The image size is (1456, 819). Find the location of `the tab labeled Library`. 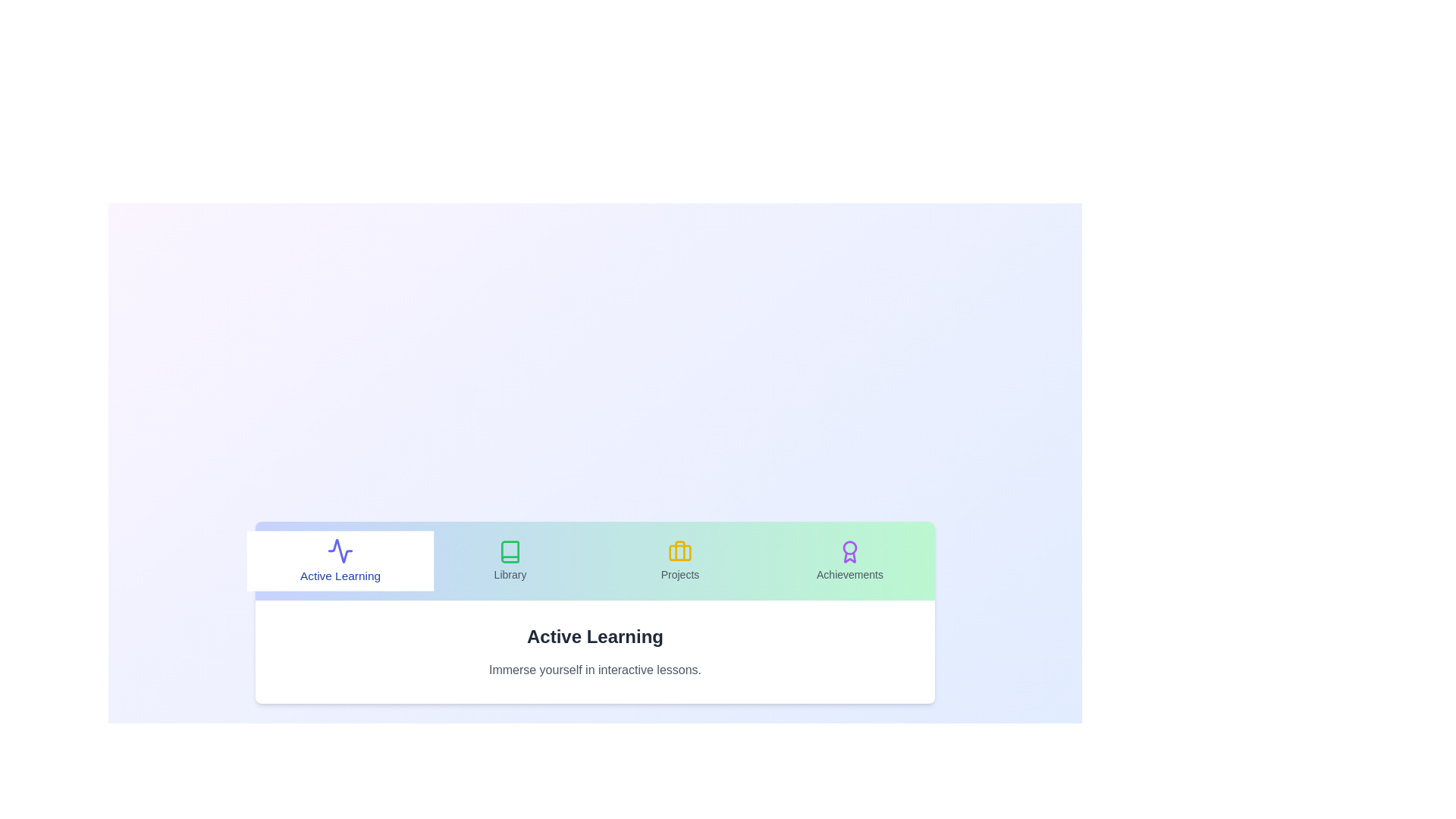

the tab labeled Library is located at coordinates (510, 561).